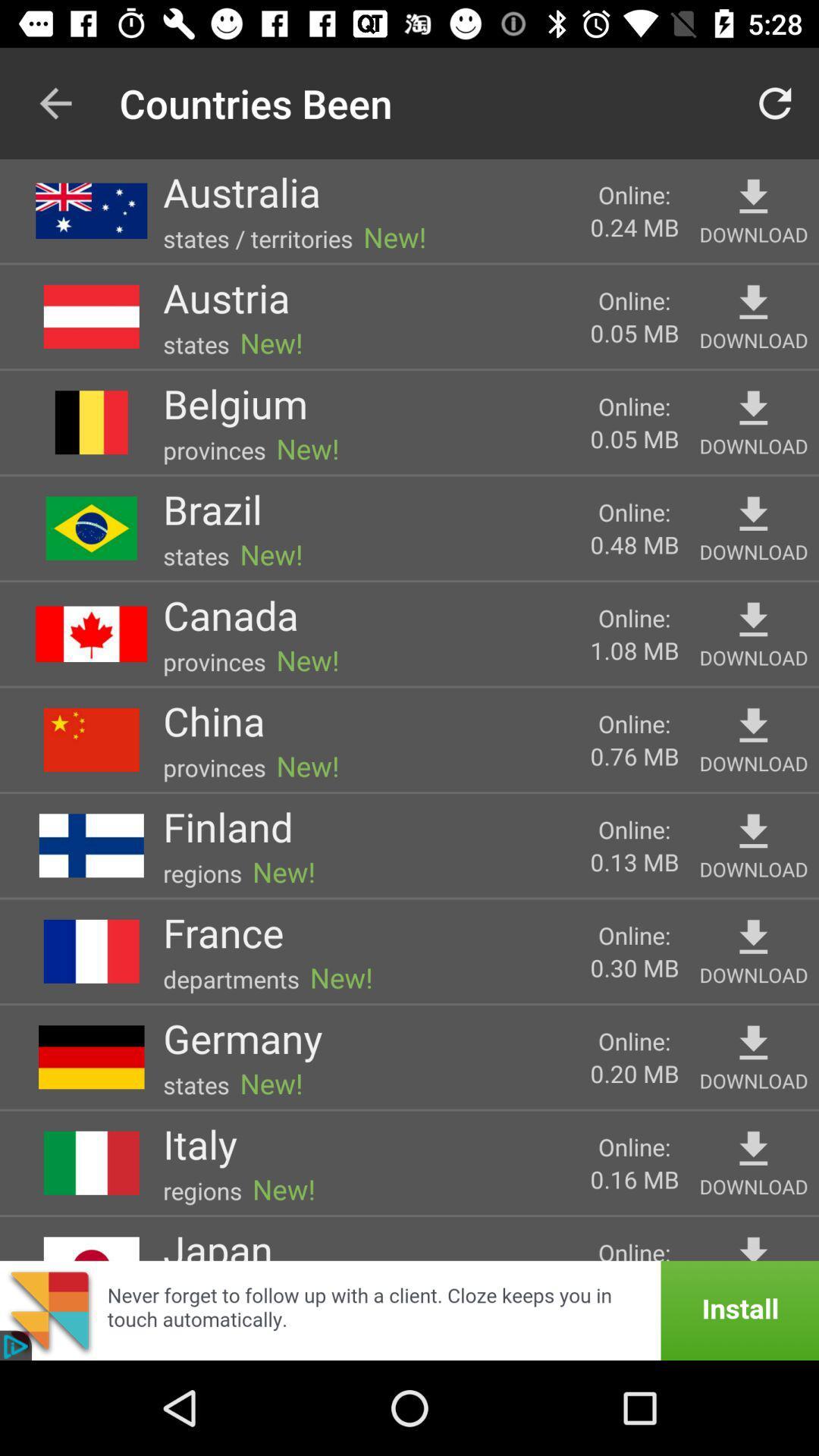  Describe the element at coordinates (409, 1310) in the screenshot. I see `redirect to advertisement page` at that location.